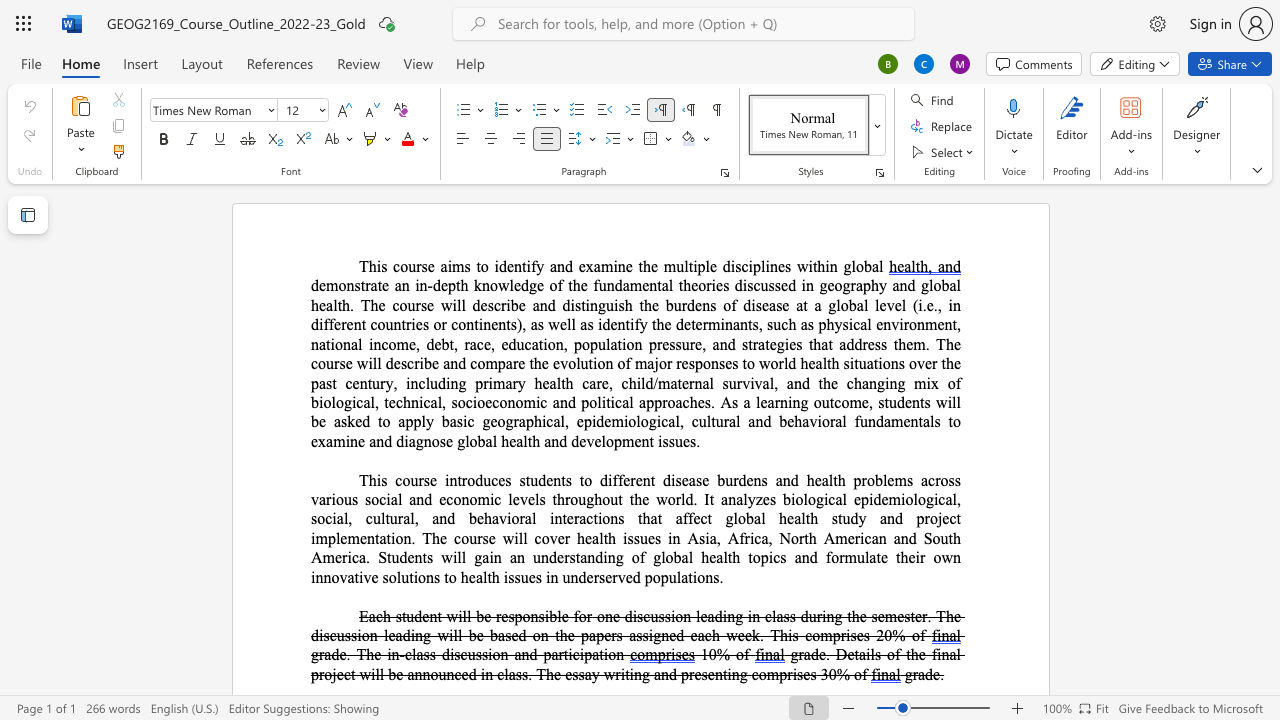  What do you see at coordinates (465, 323) in the screenshot?
I see `the space between the continuous character "o" and "n" in the text` at bounding box center [465, 323].